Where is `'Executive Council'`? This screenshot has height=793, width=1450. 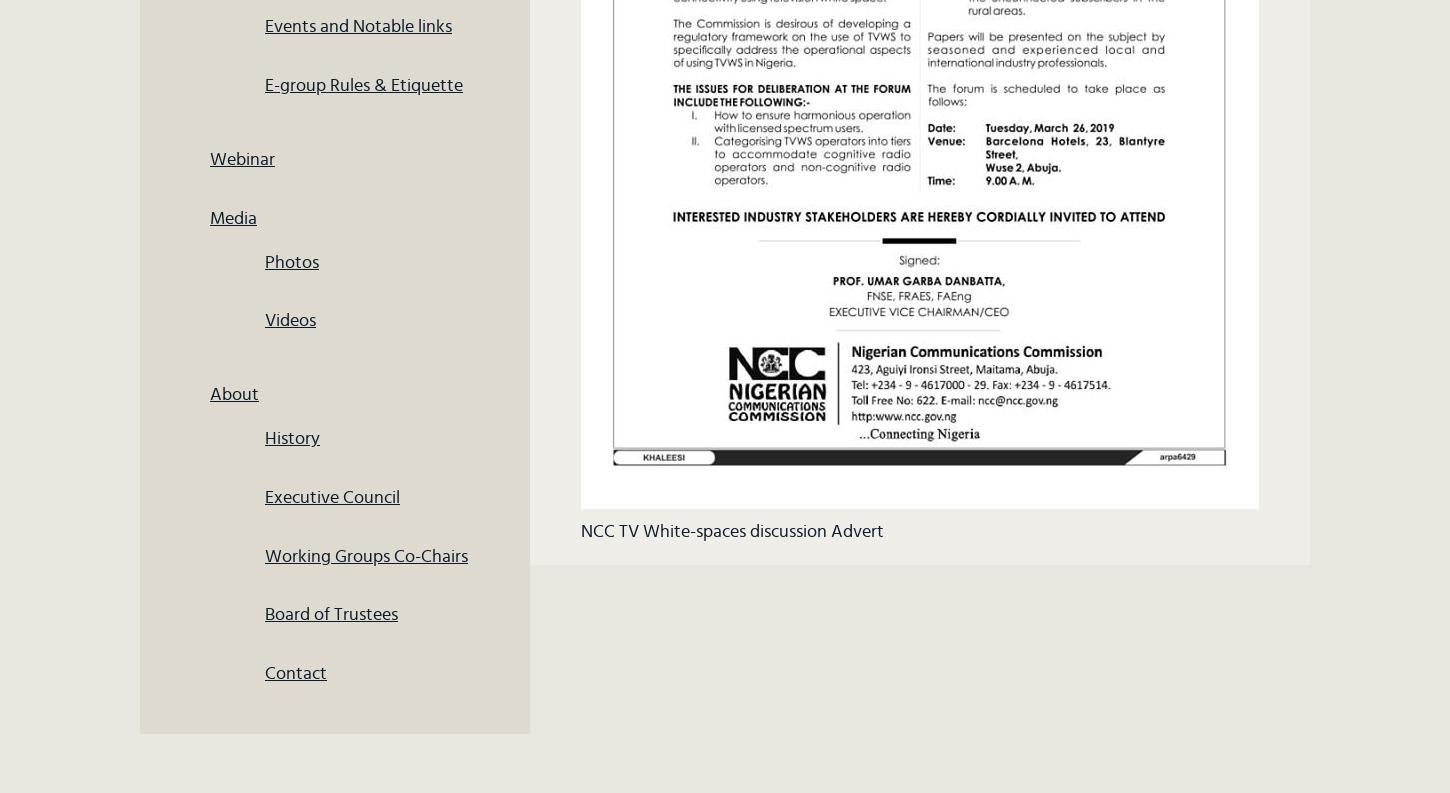 'Executive Council' is located at coordinates (332, 496).